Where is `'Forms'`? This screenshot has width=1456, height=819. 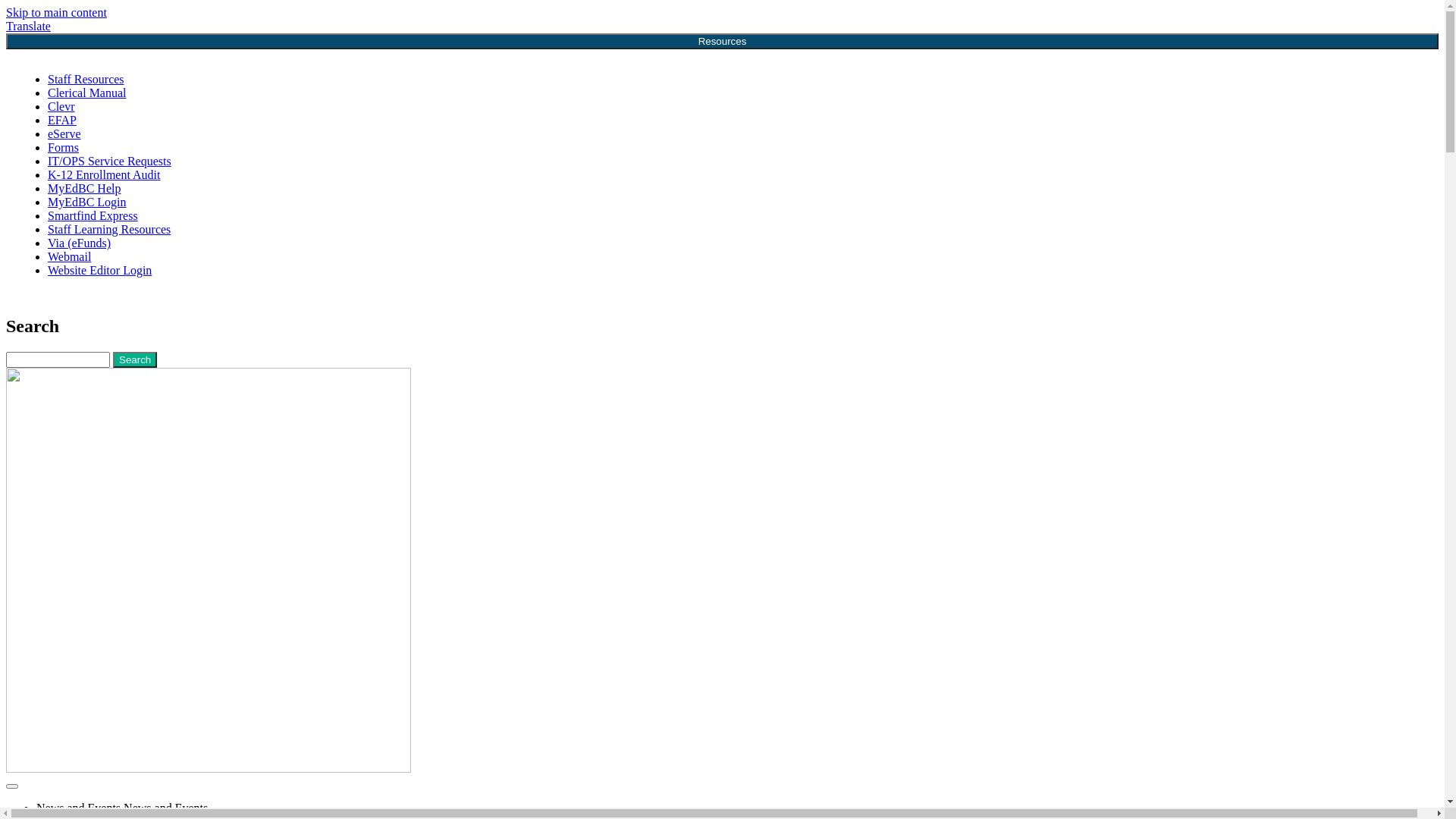
'Forms' is located at coordinates (62, 147).